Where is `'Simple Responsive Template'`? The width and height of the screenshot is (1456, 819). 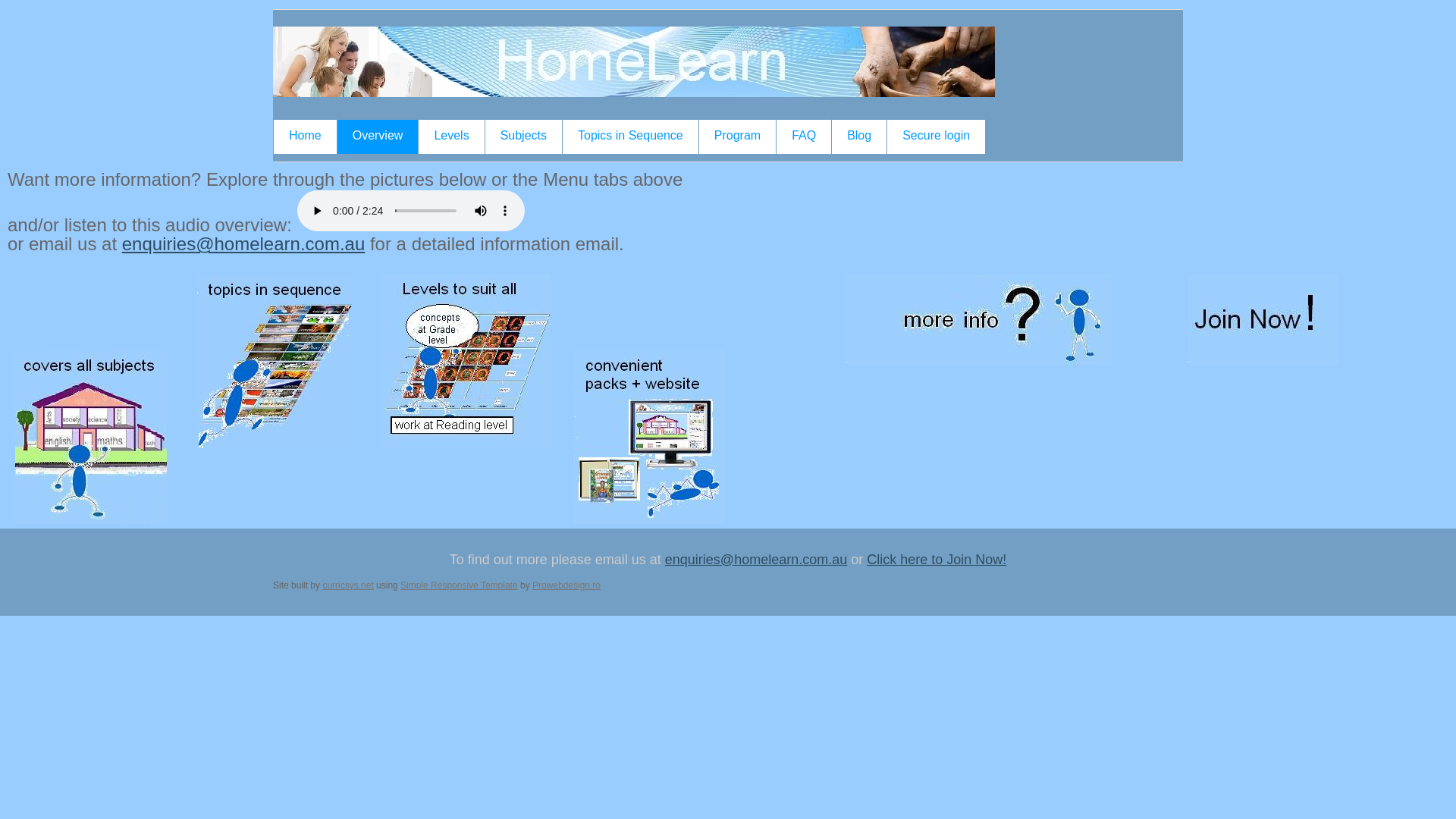 'Simple Responsive Template' is located at coordinates (400, 584).